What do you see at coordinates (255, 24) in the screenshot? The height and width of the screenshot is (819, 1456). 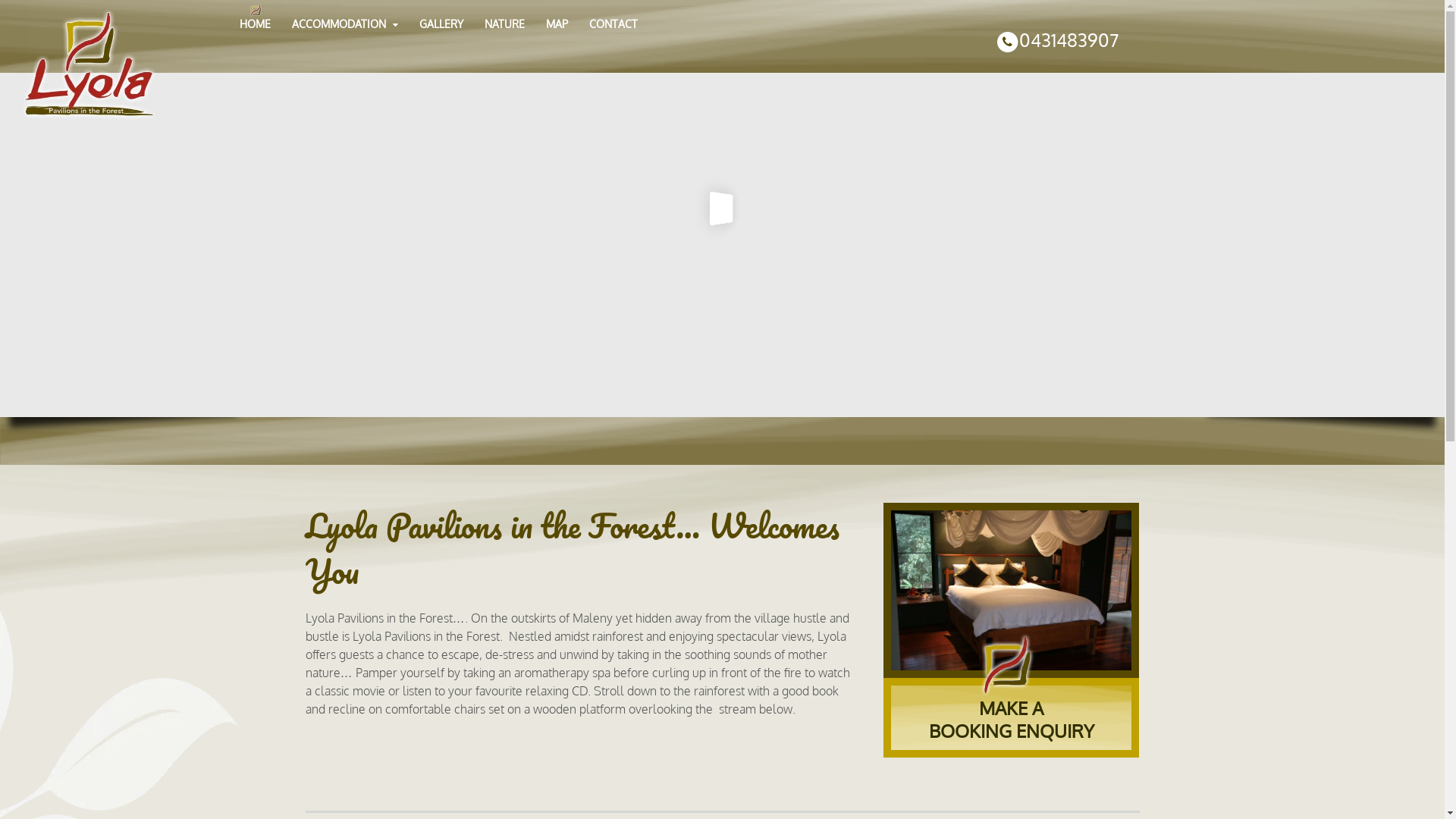 I see `'HOME'` at bounding box center [255, 24].